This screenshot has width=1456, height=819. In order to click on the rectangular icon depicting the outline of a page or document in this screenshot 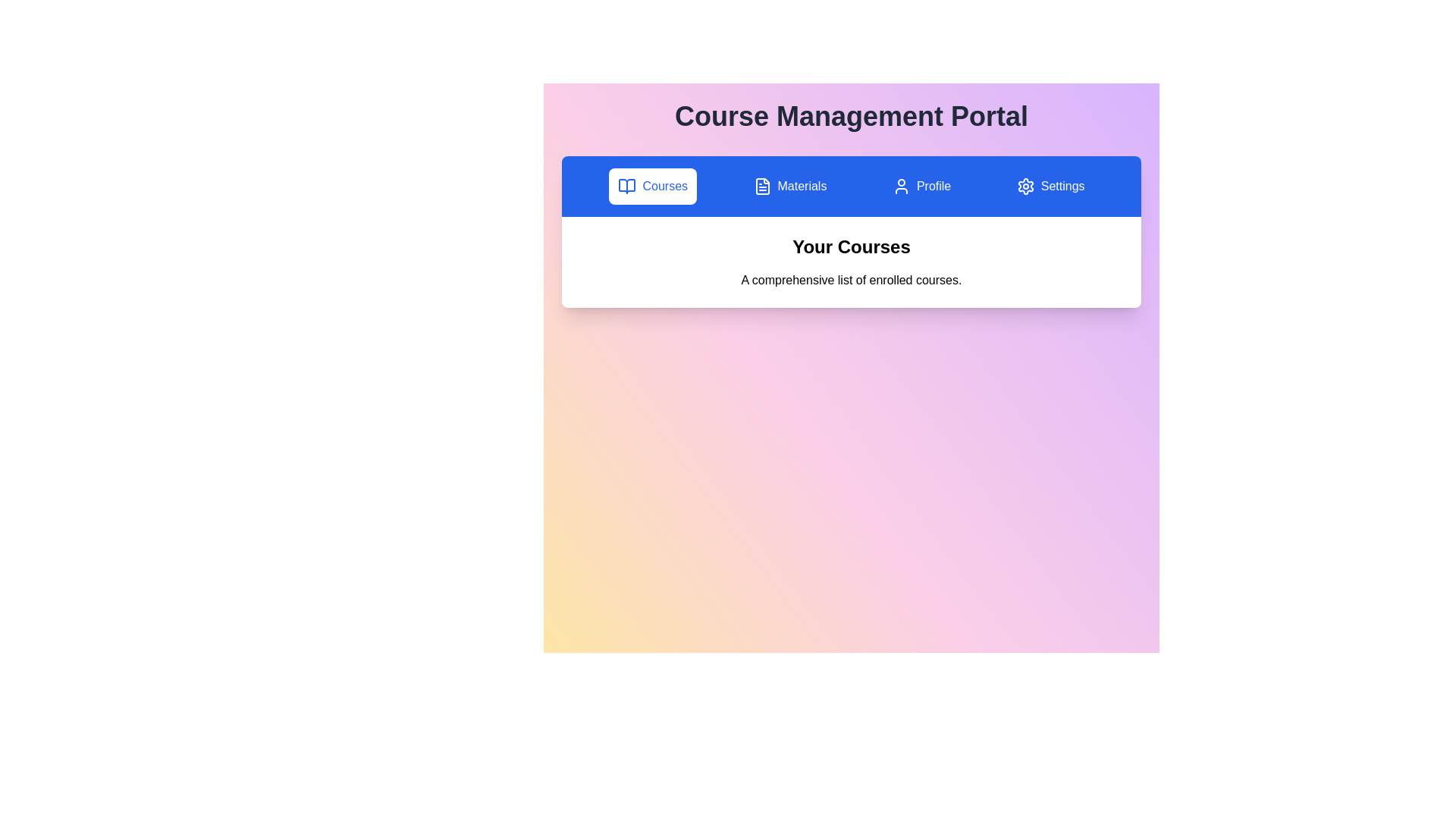, I will do `click(762, 186)`.